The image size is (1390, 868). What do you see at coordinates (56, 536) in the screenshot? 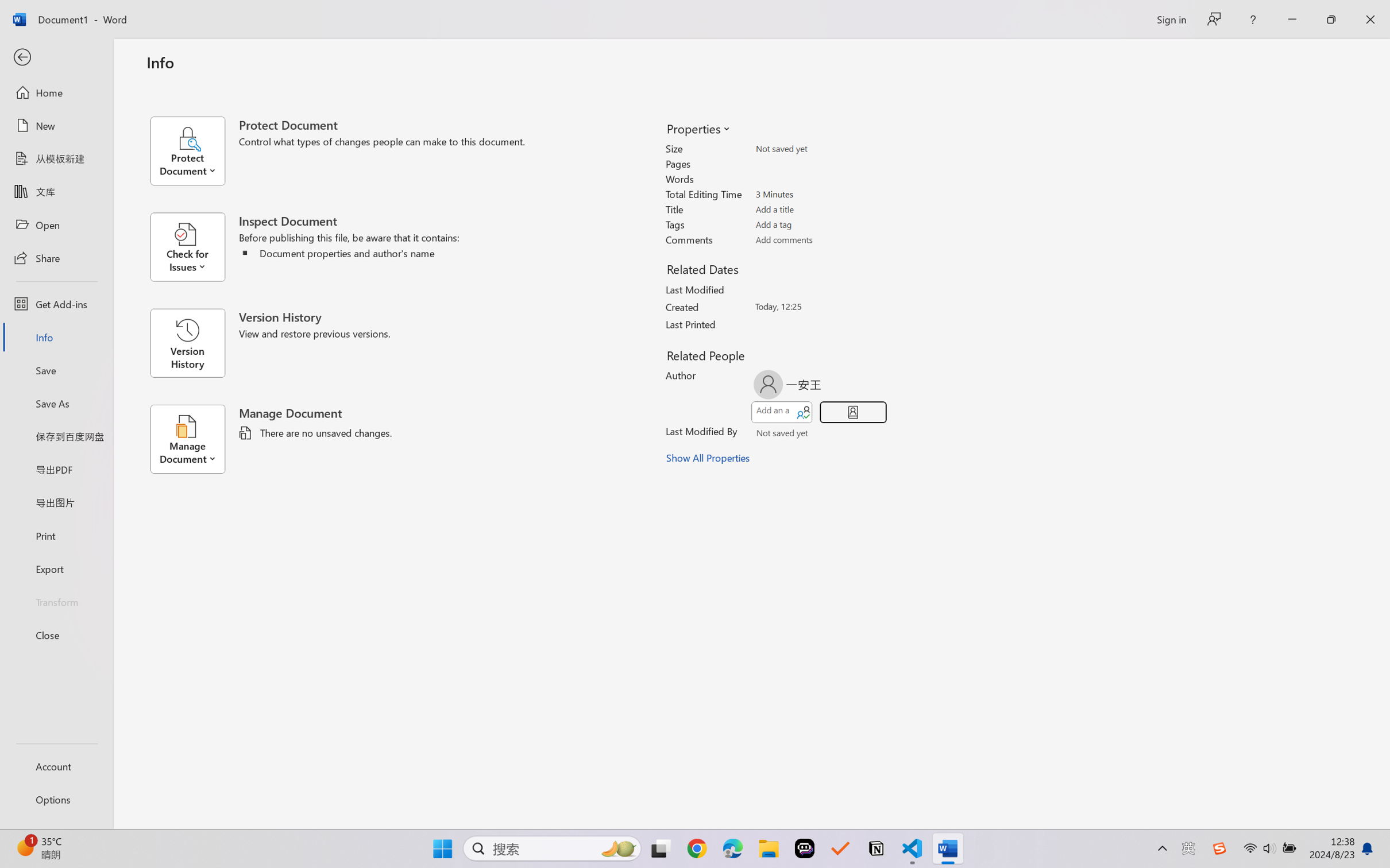
I see `'Print'` at bounding box center [56, 536].